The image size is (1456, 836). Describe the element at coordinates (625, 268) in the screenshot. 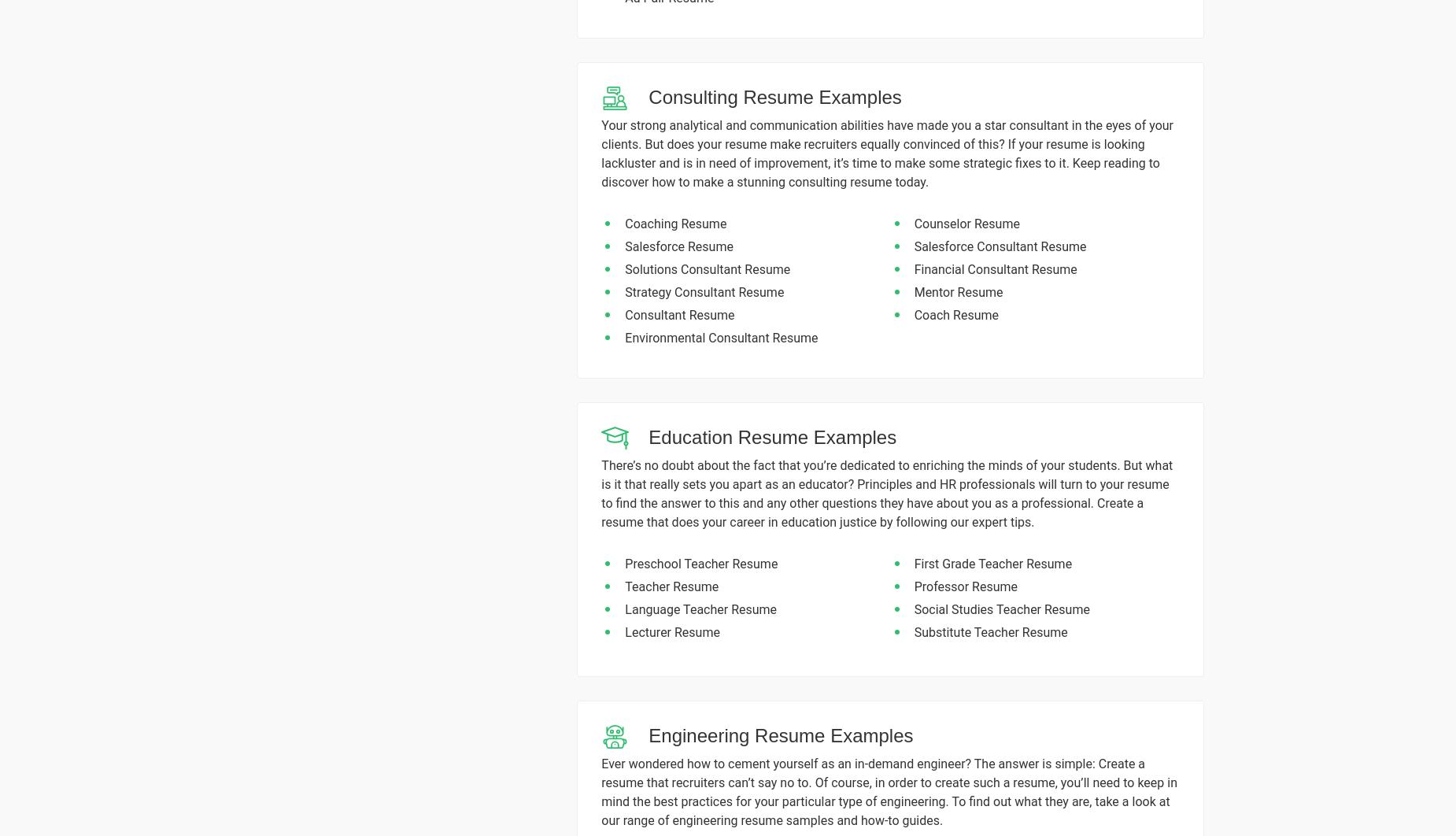

I see `'Solutions Consultant Resume'` at that location.